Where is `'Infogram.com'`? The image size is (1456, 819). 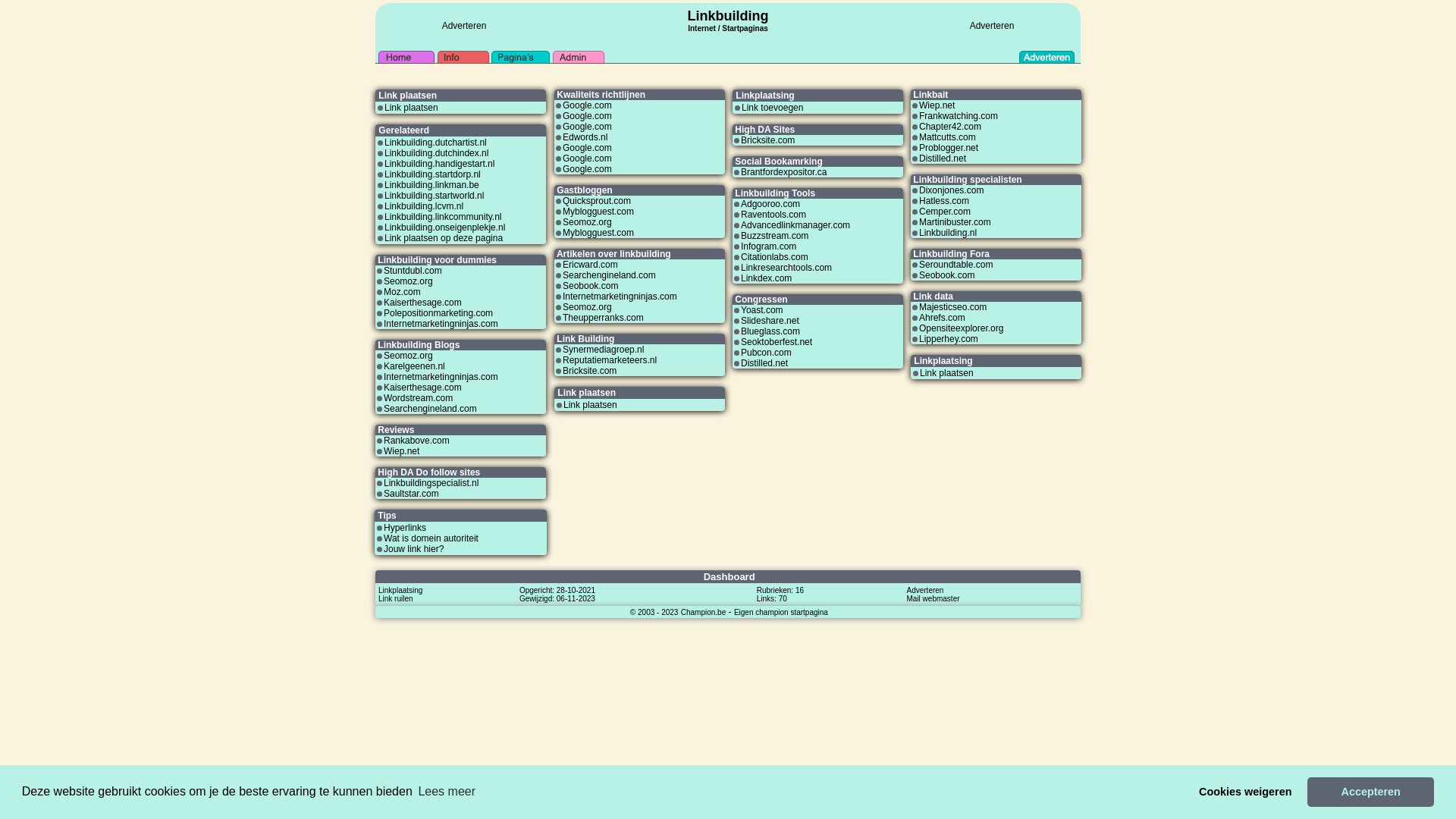 'Infogram.com' is located at coordinates (768, 245).